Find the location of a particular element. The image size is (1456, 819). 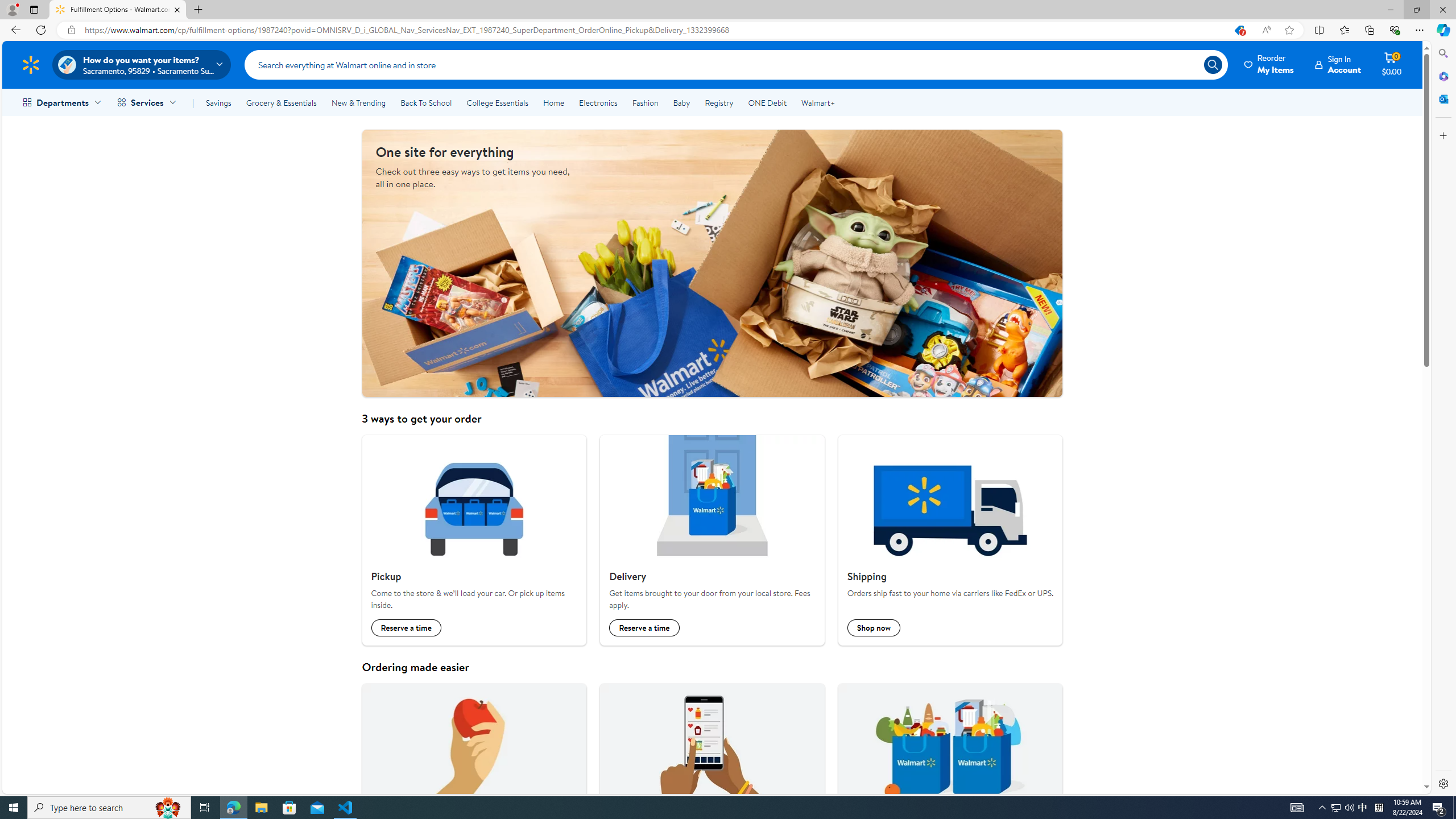

'Sign InAccount' is located at coordinates (1338, 64).